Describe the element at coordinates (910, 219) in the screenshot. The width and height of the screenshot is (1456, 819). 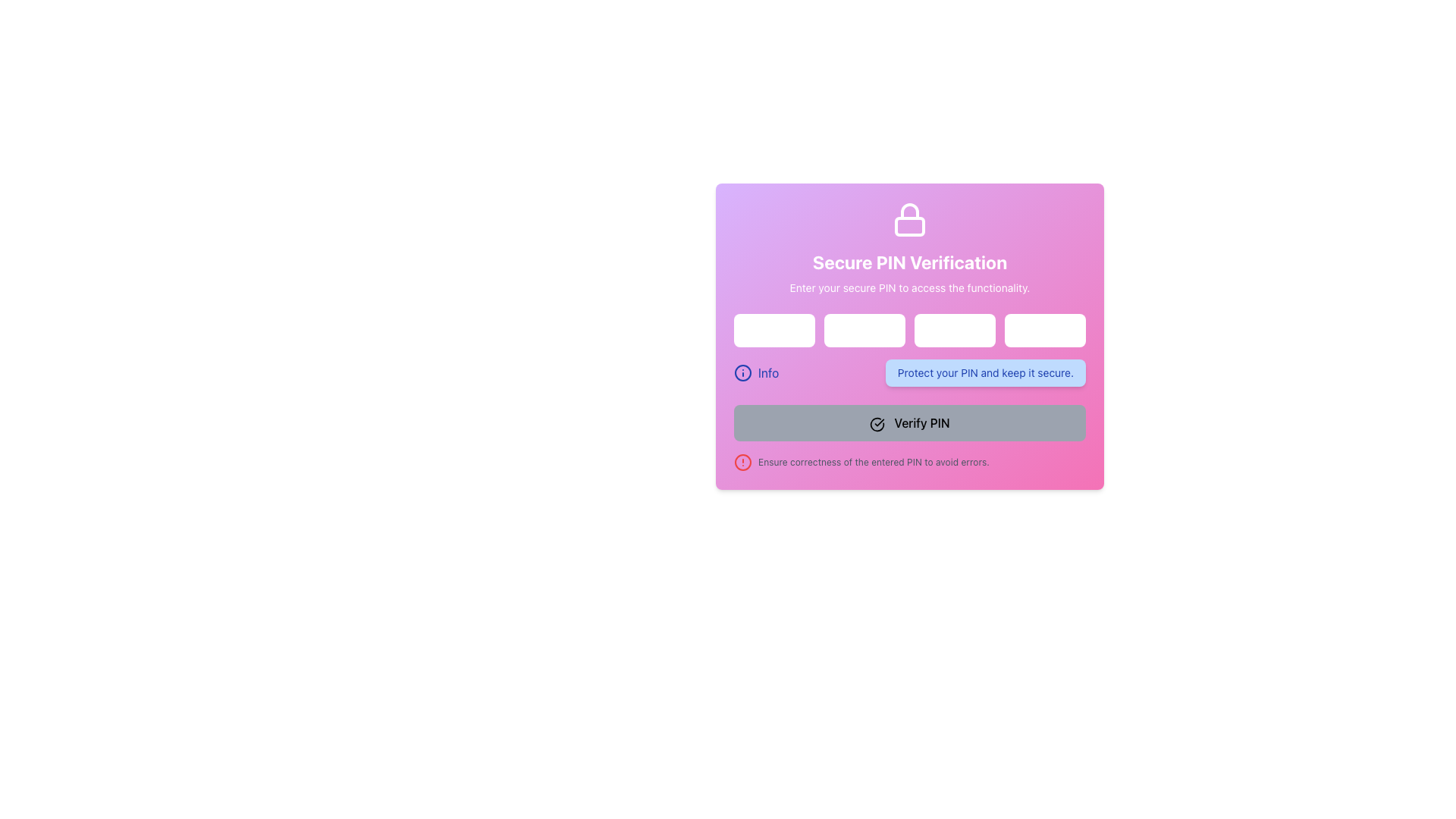
I see `the security icon that represents securing sensitive information, which is located above the text 'Secure PIN Verification'` at that location.